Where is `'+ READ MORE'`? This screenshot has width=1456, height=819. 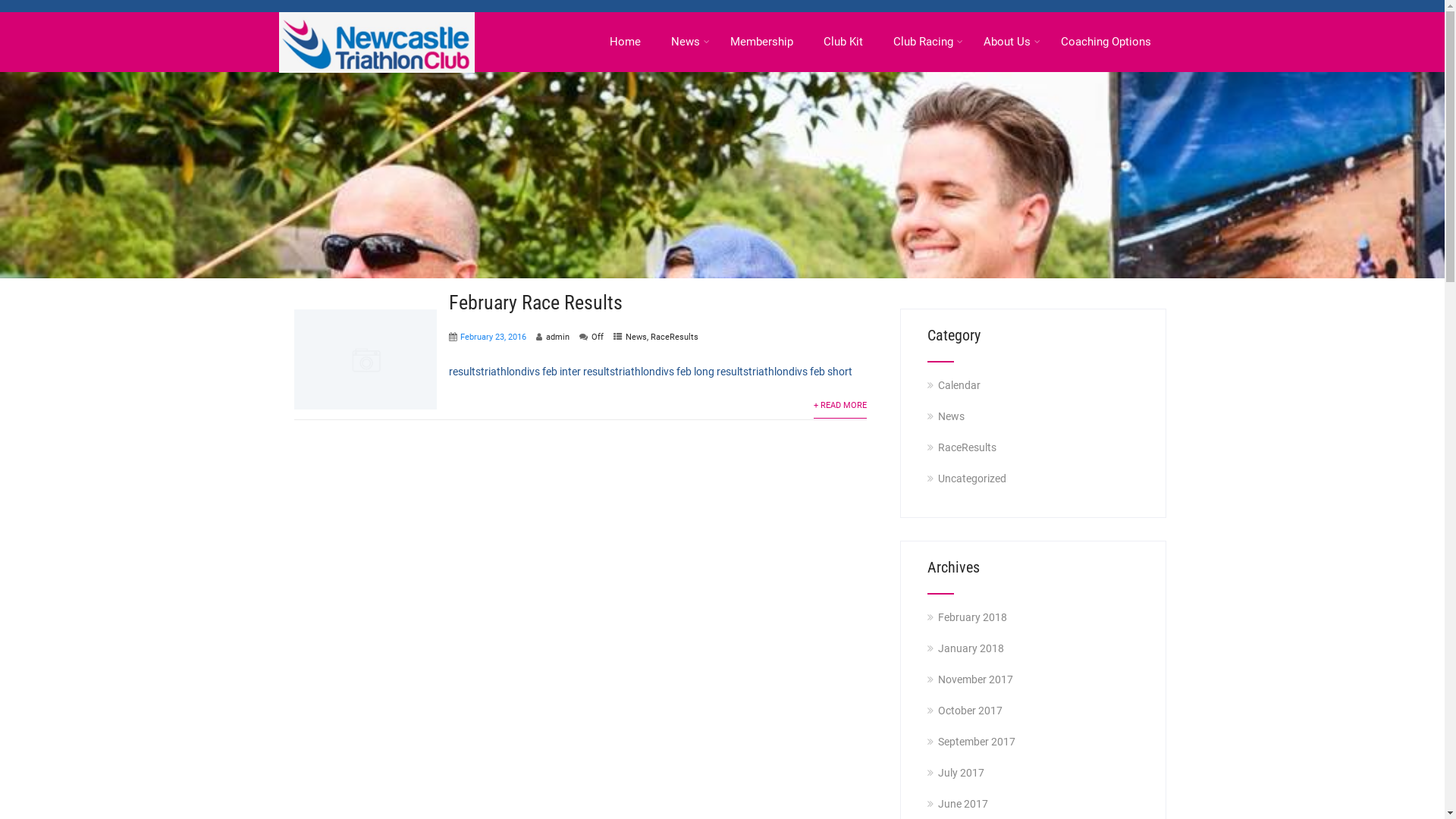 '+ READ MORE' is located at coordinates (839, 405).